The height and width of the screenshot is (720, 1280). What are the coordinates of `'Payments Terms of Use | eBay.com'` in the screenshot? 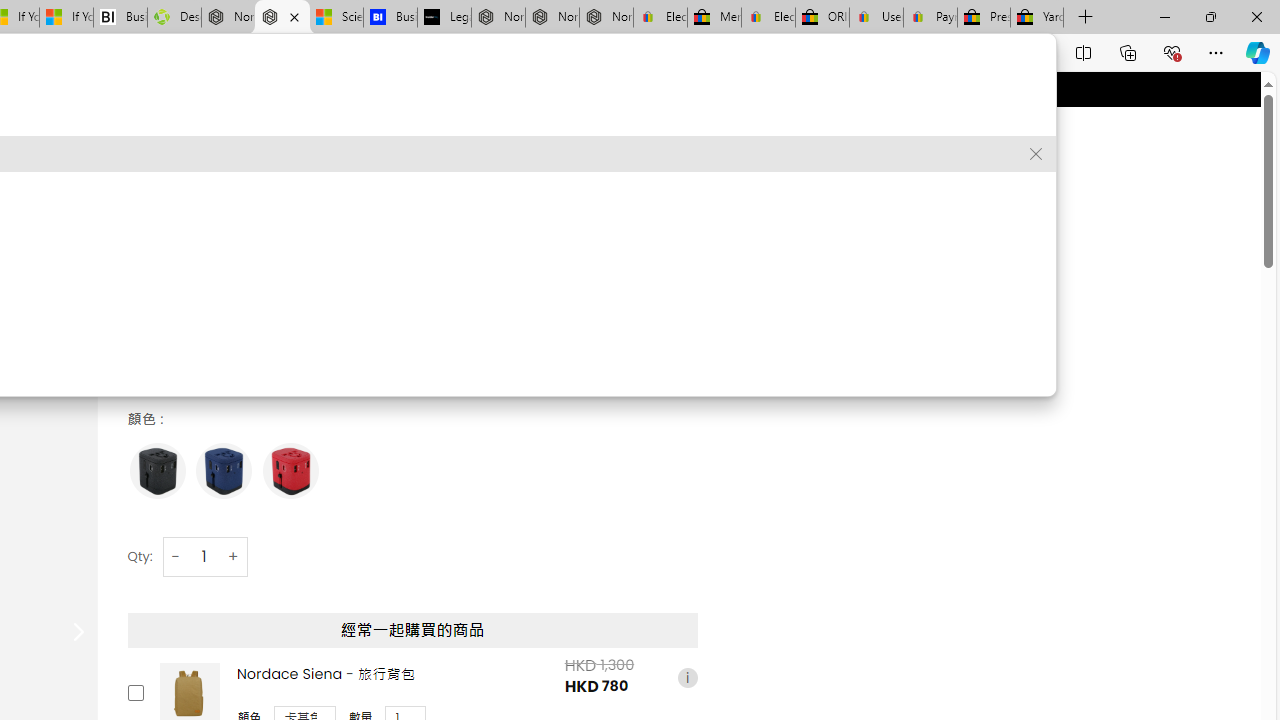 It's located at (929, 17).